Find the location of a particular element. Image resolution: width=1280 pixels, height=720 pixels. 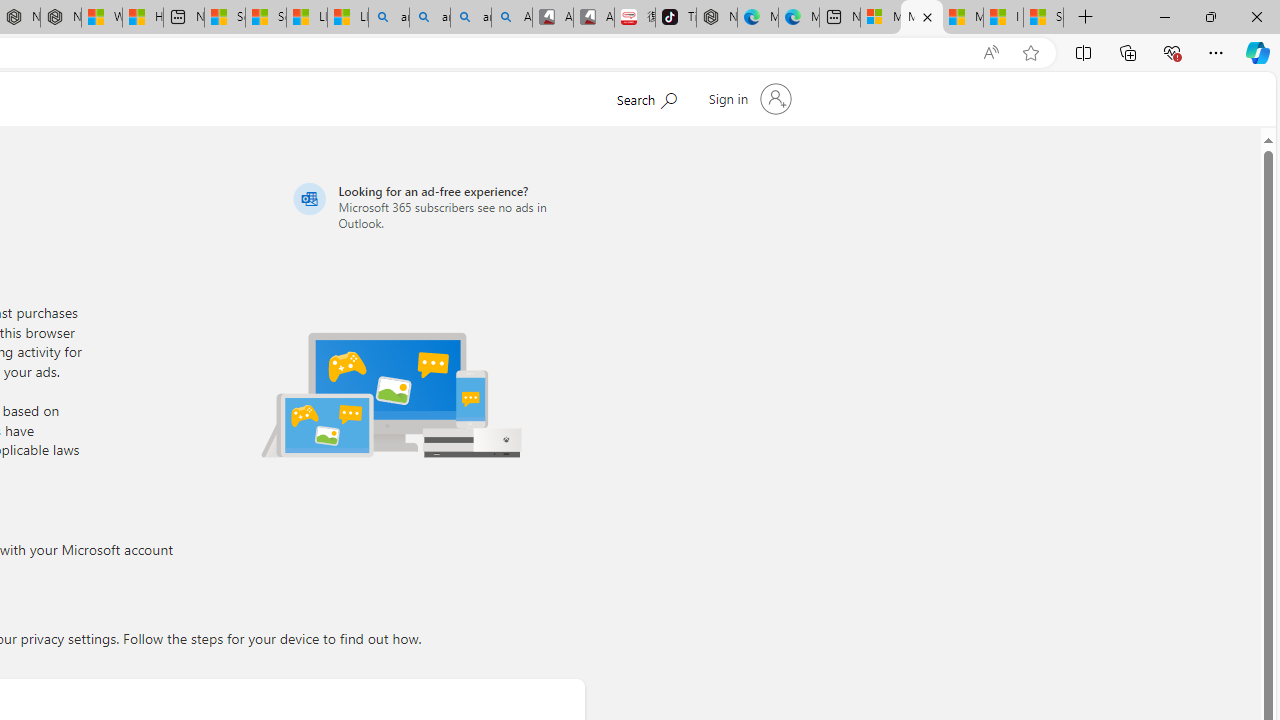

'Illustration of multiple devices' is located at coordinates (391, 394).